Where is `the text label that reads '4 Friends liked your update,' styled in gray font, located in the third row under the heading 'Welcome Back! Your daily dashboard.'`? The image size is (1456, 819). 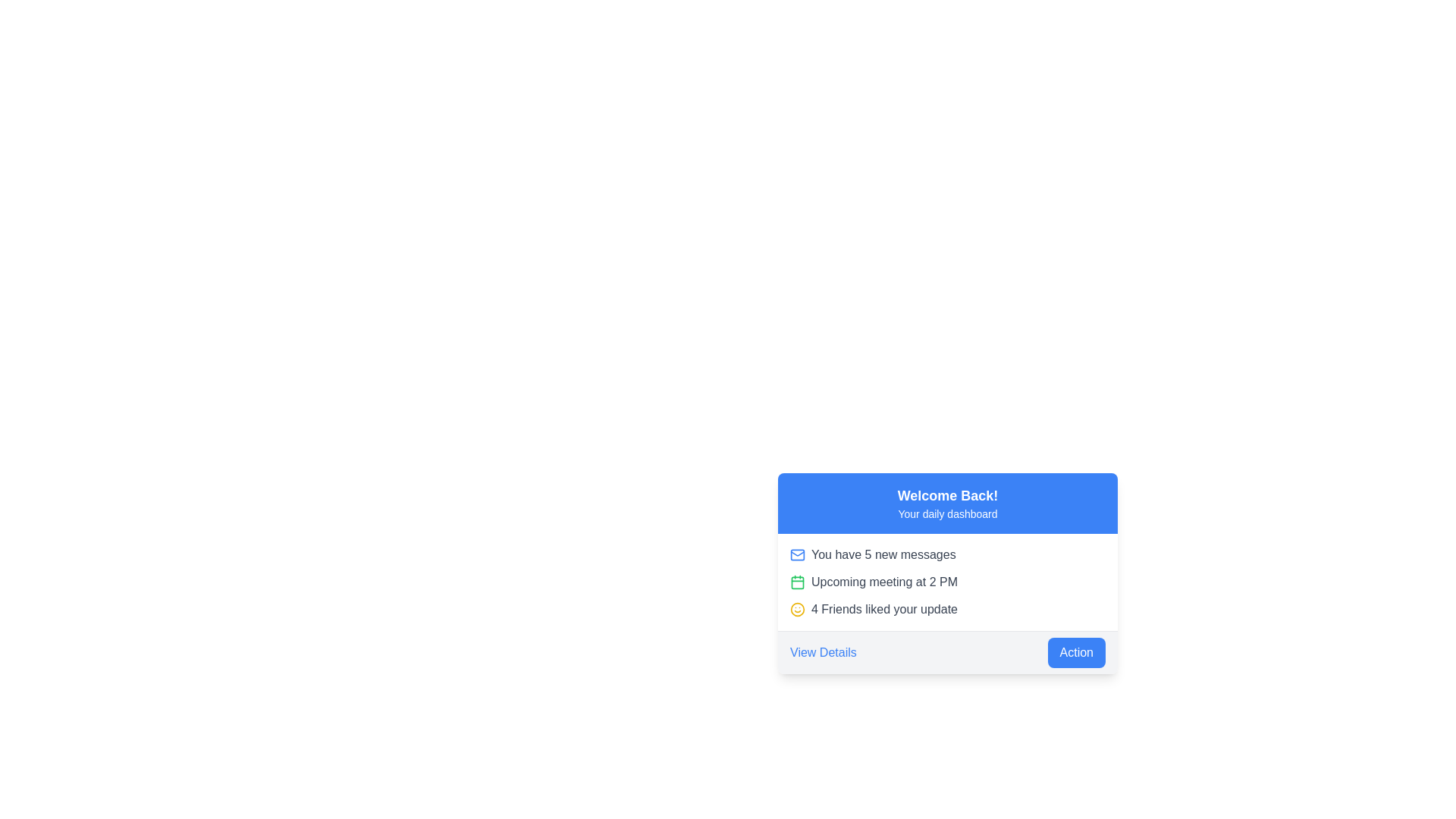 the text label that reads '4 Friends liked your update,' styled in gray font, located in the third row under the heading 'Welcome Back! Your daily dashboard.' is located at coordinates (884, 608).